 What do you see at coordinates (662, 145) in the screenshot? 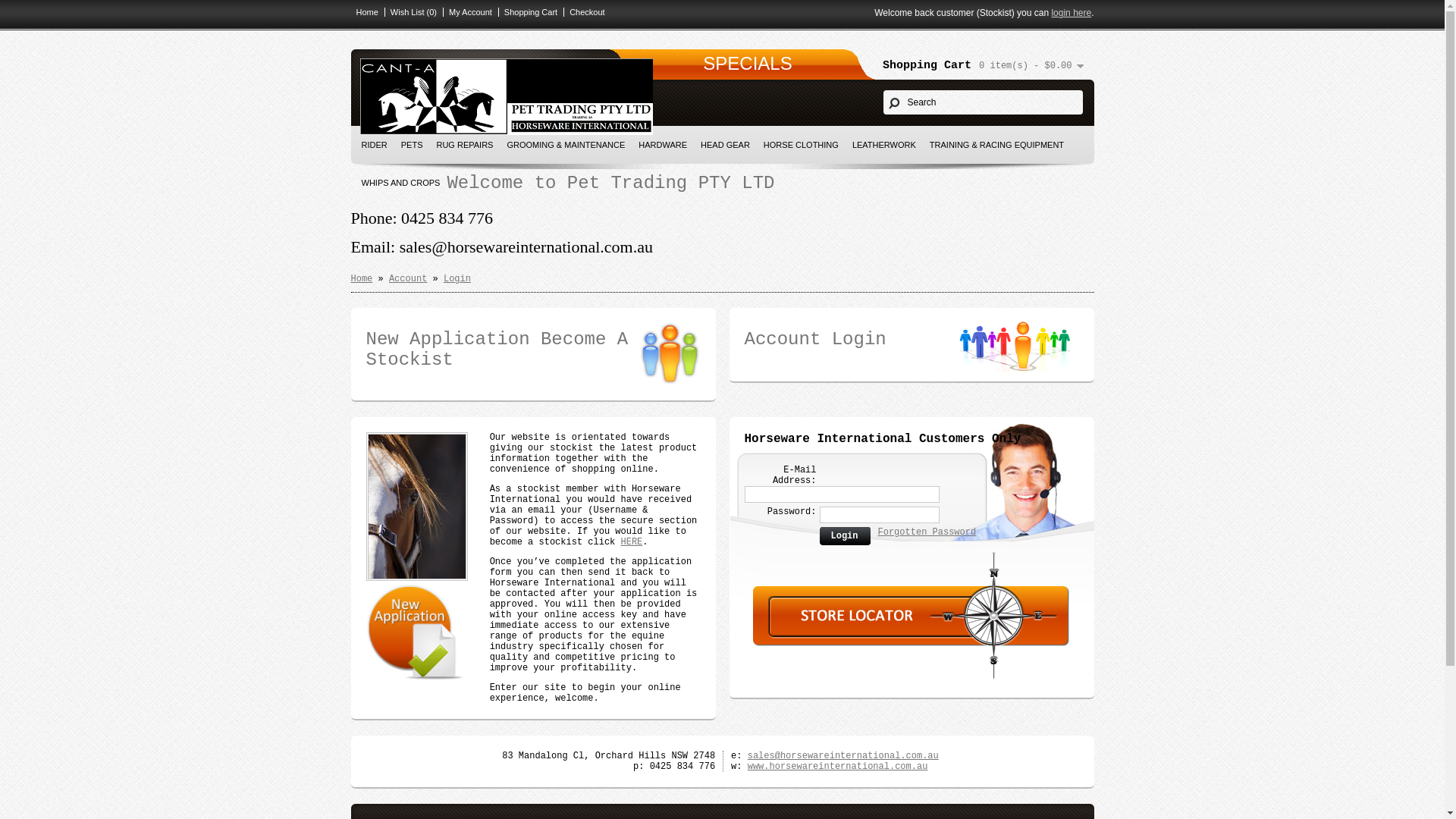
I see `'HARDWARE'` at bounding box center [662, 145].